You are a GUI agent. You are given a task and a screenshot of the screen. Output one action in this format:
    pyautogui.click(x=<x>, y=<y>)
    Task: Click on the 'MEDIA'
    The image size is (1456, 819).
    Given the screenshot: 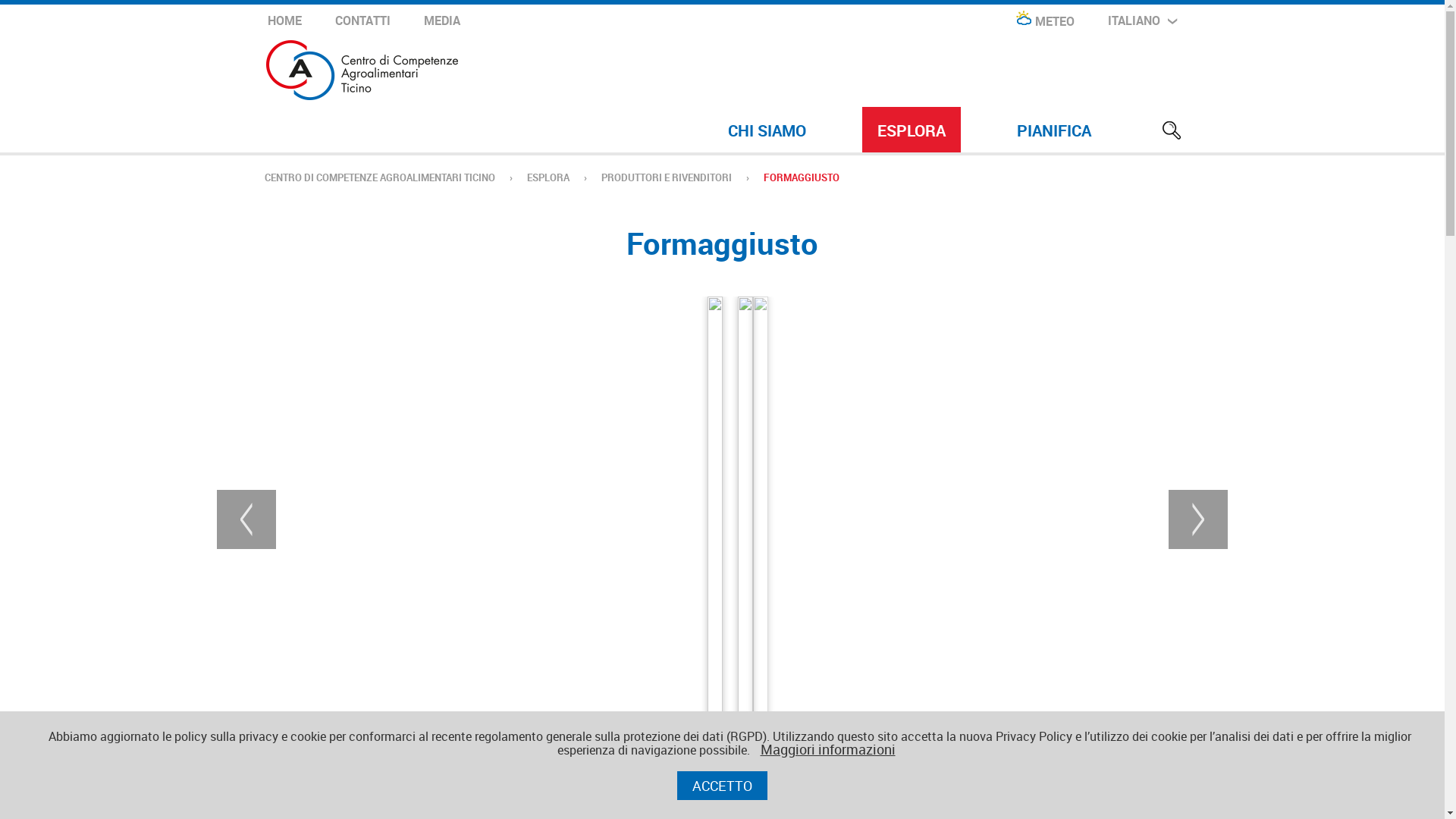 What is the action you would take?
    pyautogui.click(x=422, y=20)
    